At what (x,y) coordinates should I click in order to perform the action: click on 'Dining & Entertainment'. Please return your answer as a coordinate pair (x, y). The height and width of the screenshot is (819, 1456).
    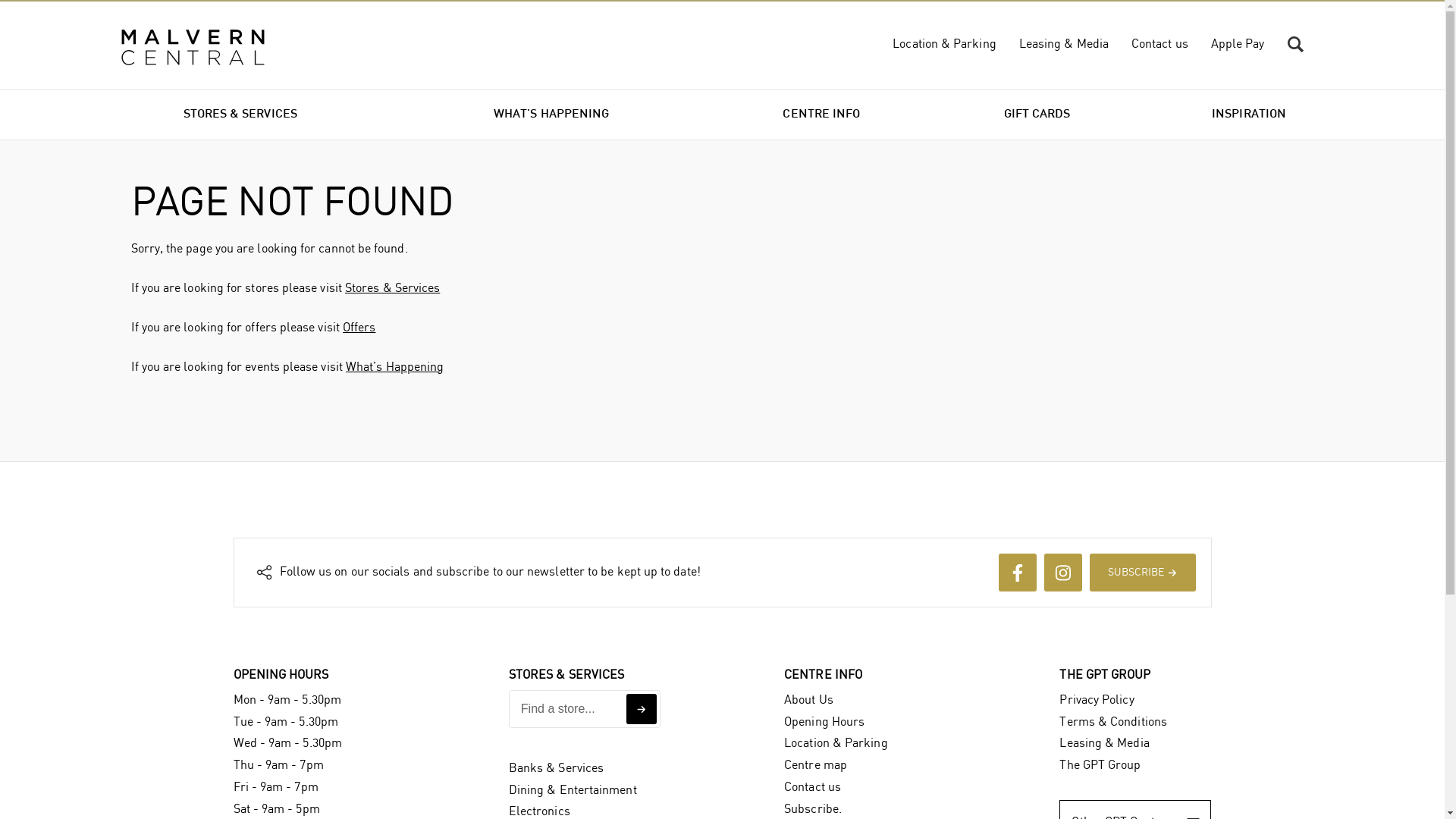
    Looking at the image, I should click on (572, 789).